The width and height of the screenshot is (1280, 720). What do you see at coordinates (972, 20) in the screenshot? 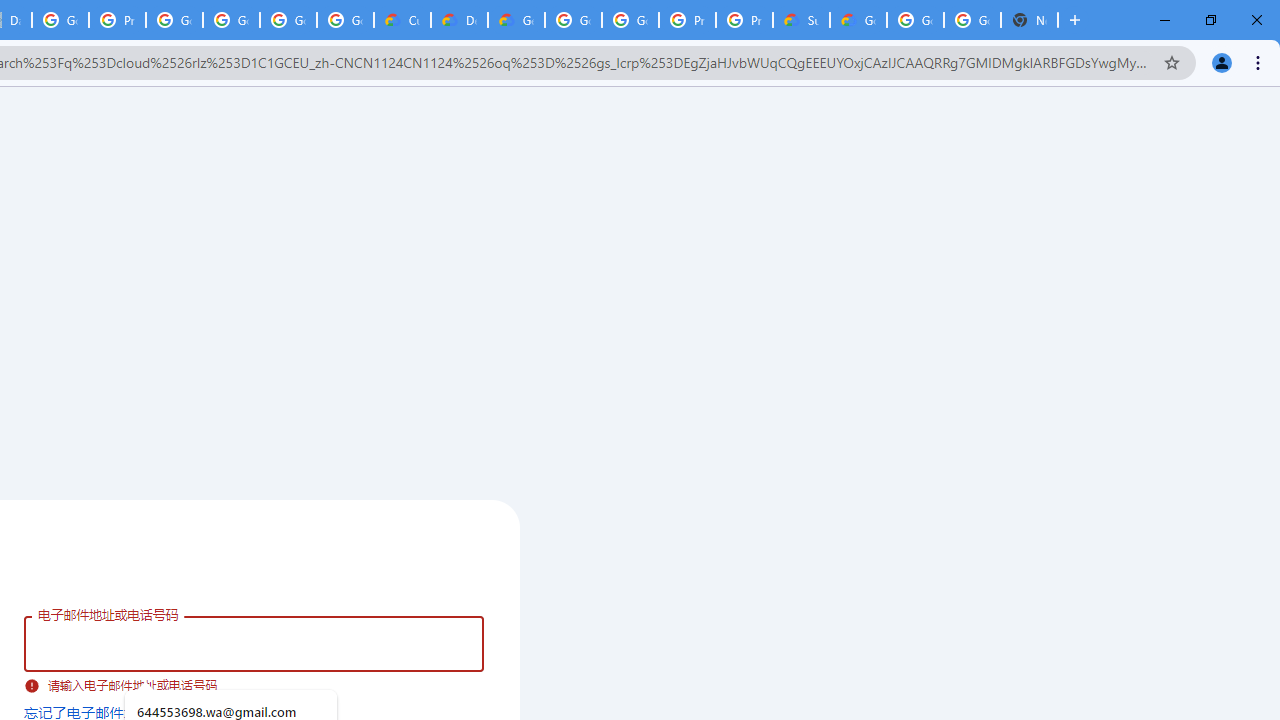
I see `'Google Cloud Platform'` at bounding box center [972, 20].